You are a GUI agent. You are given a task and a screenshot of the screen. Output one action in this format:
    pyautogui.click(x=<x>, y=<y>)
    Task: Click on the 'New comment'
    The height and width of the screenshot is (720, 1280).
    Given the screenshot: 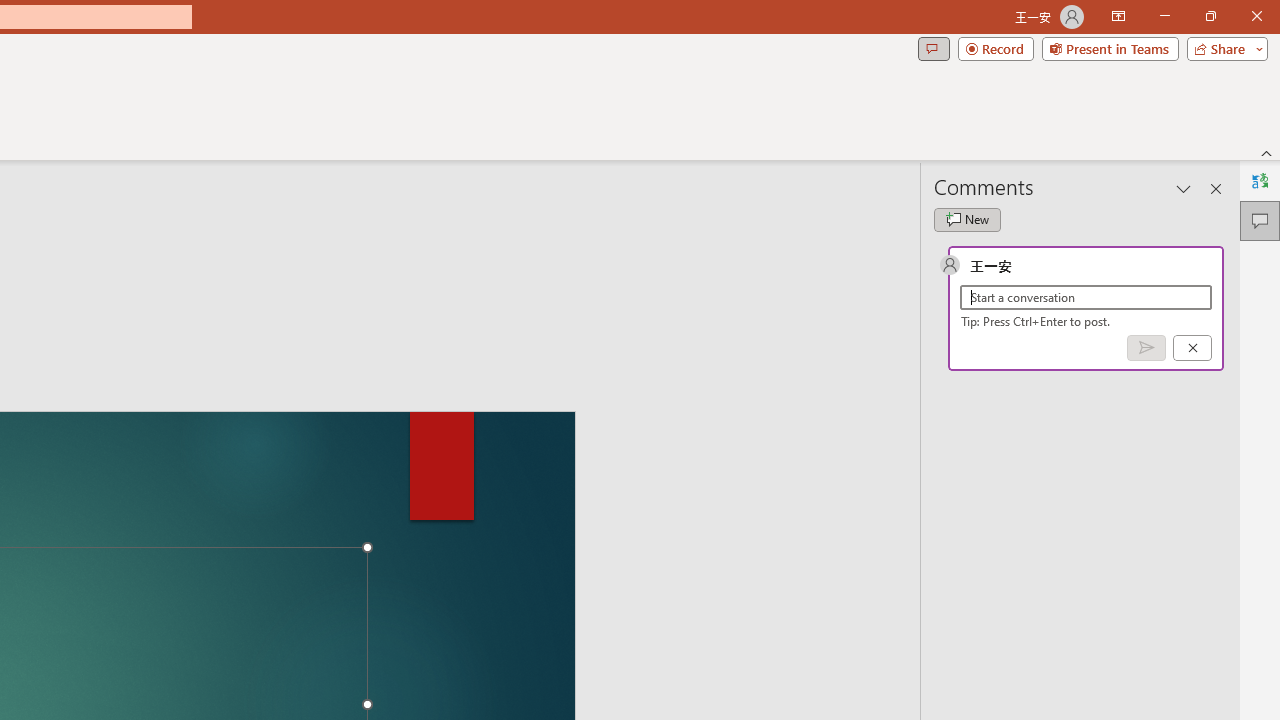 What is the action you would take?
    pyautogui.click(x=967, y=219)
    